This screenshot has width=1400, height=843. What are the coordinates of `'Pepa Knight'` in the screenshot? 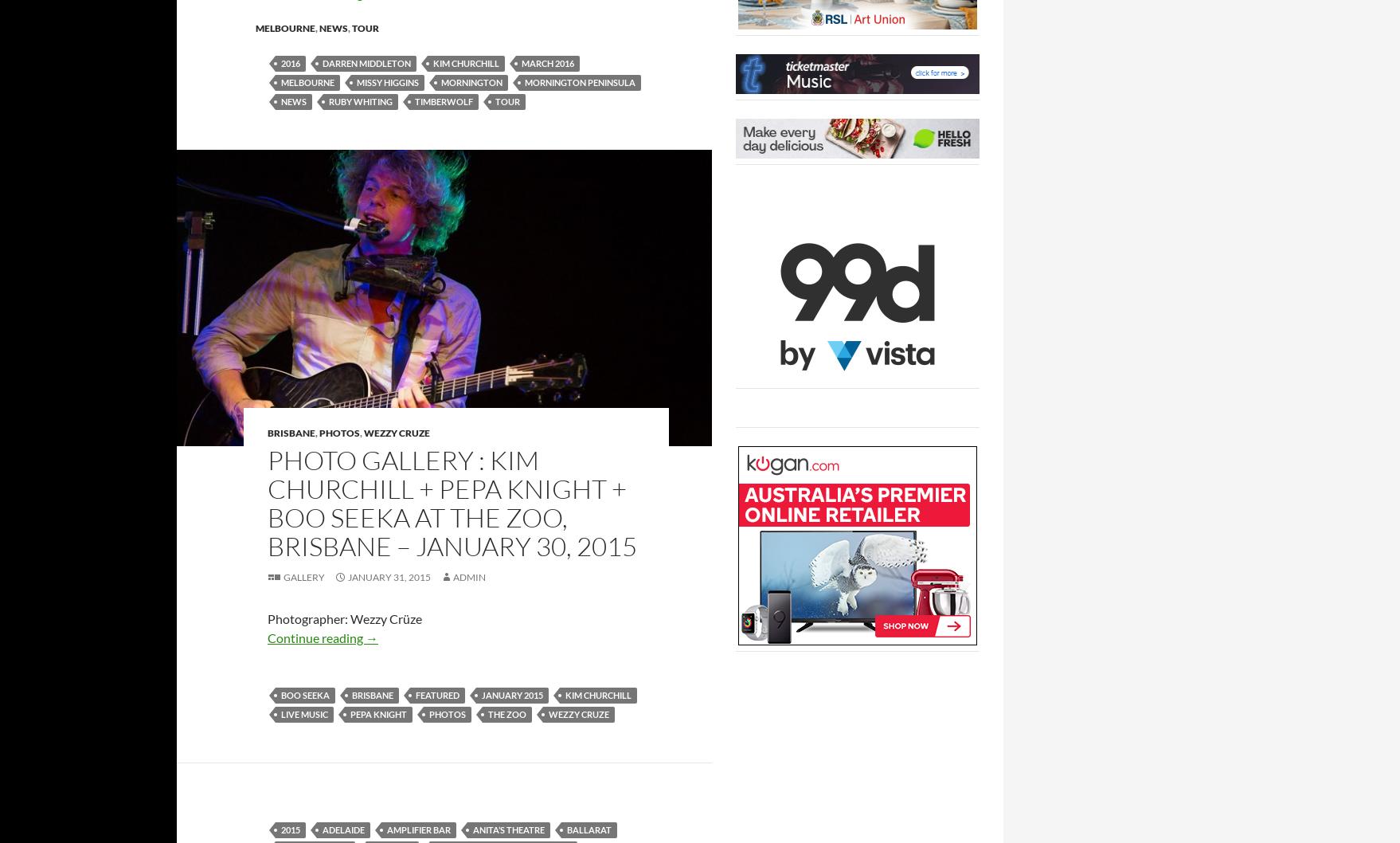 It's located at (377, 714).